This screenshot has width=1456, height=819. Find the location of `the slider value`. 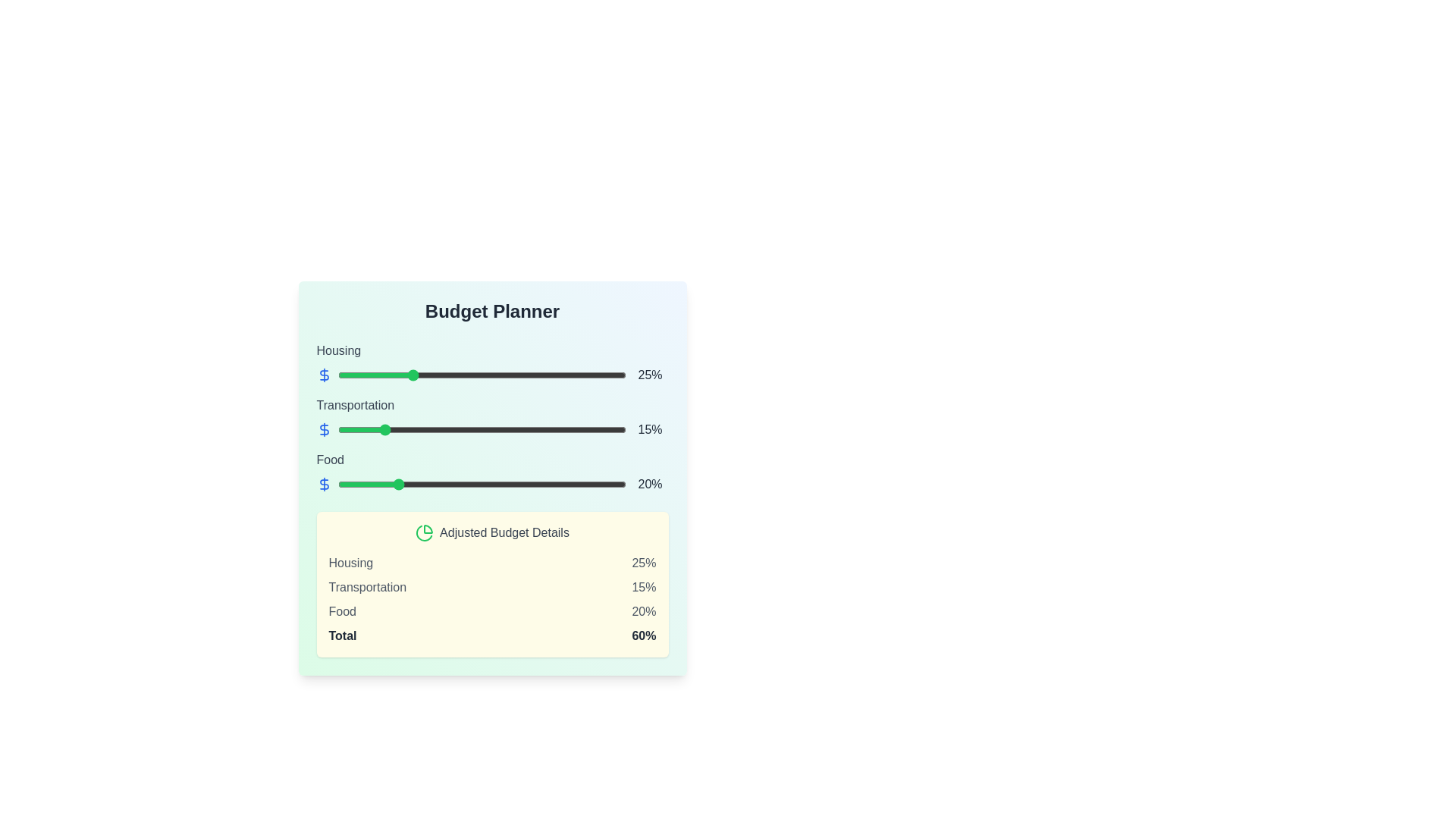

the slider value is located at coordinates (617, 485).